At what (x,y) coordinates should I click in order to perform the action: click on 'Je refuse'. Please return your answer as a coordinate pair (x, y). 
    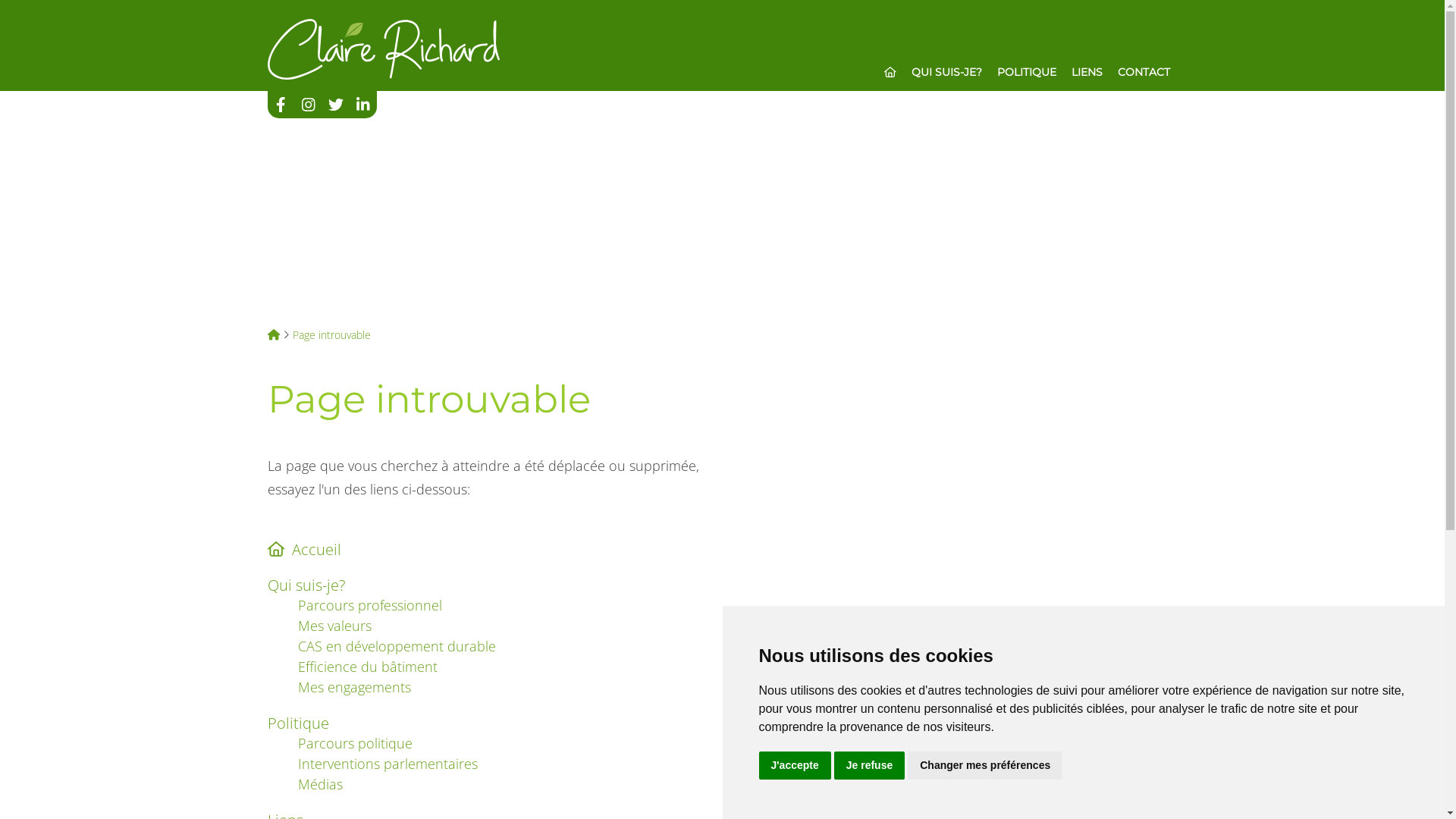
    Looking at the image, I should click on (869, 765).